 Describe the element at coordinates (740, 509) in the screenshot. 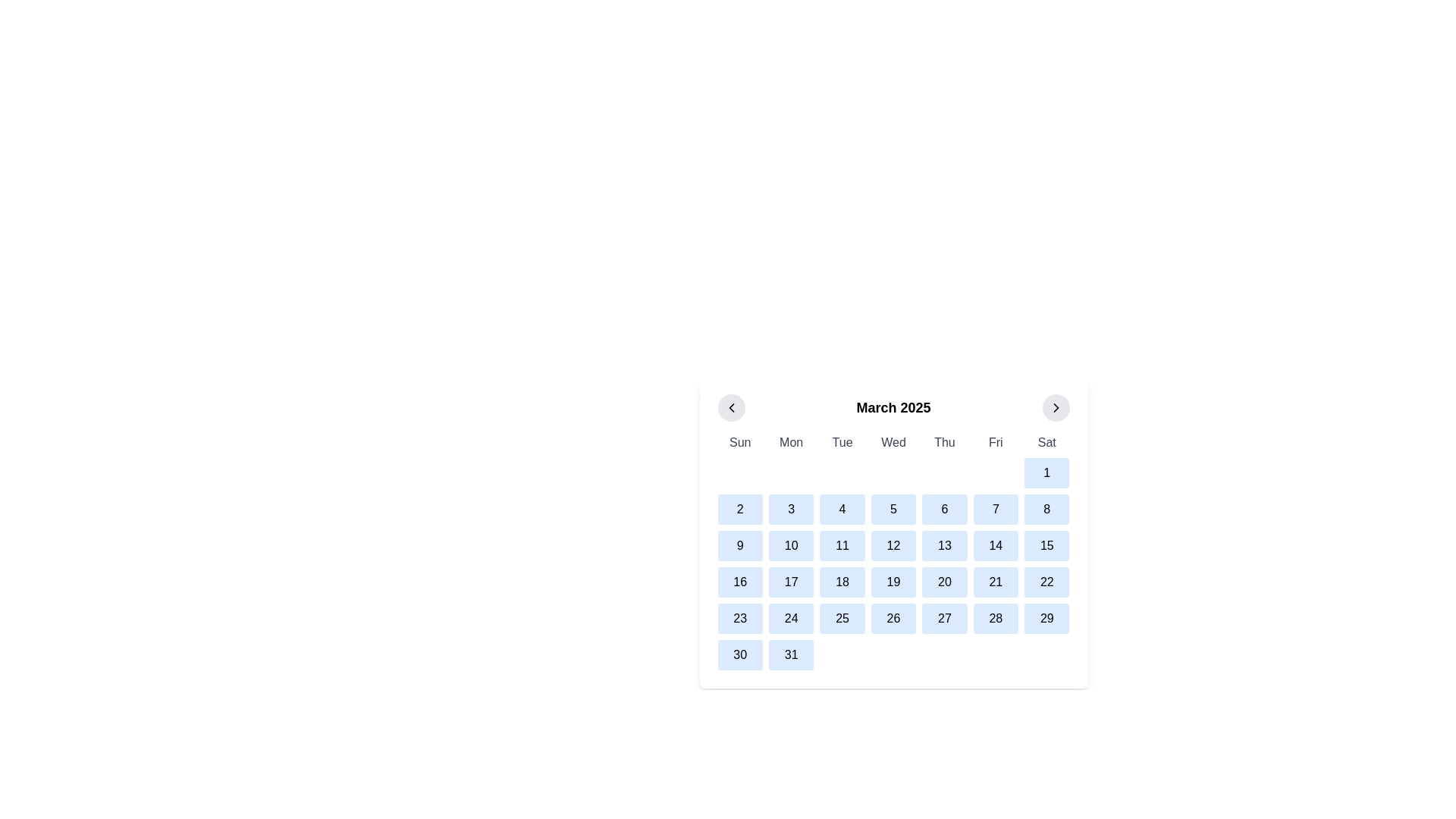

I see `the button representing the 2nd day of the month in the calendar grid located under the 'Sun' column` at that location.